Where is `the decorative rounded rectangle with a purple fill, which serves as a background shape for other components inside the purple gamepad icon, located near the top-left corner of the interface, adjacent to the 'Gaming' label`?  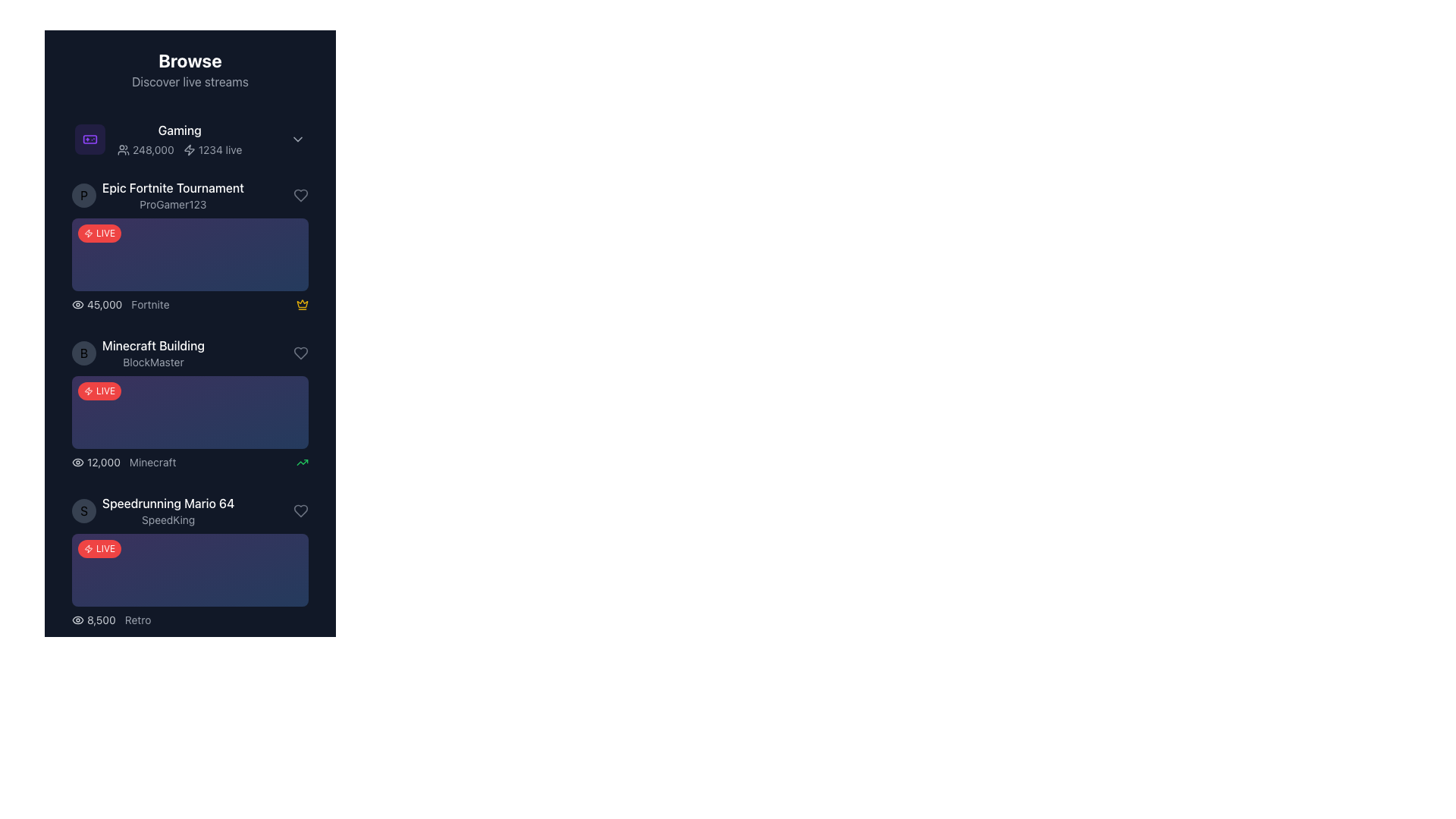 the decorative rounded rectangle with a purple fill, which serves as a background shape for other components inside the purple gamepad icon, located near the top-left corner of the interface, adjacent to the 'Gaming' label is located at coordinates (89, 140).